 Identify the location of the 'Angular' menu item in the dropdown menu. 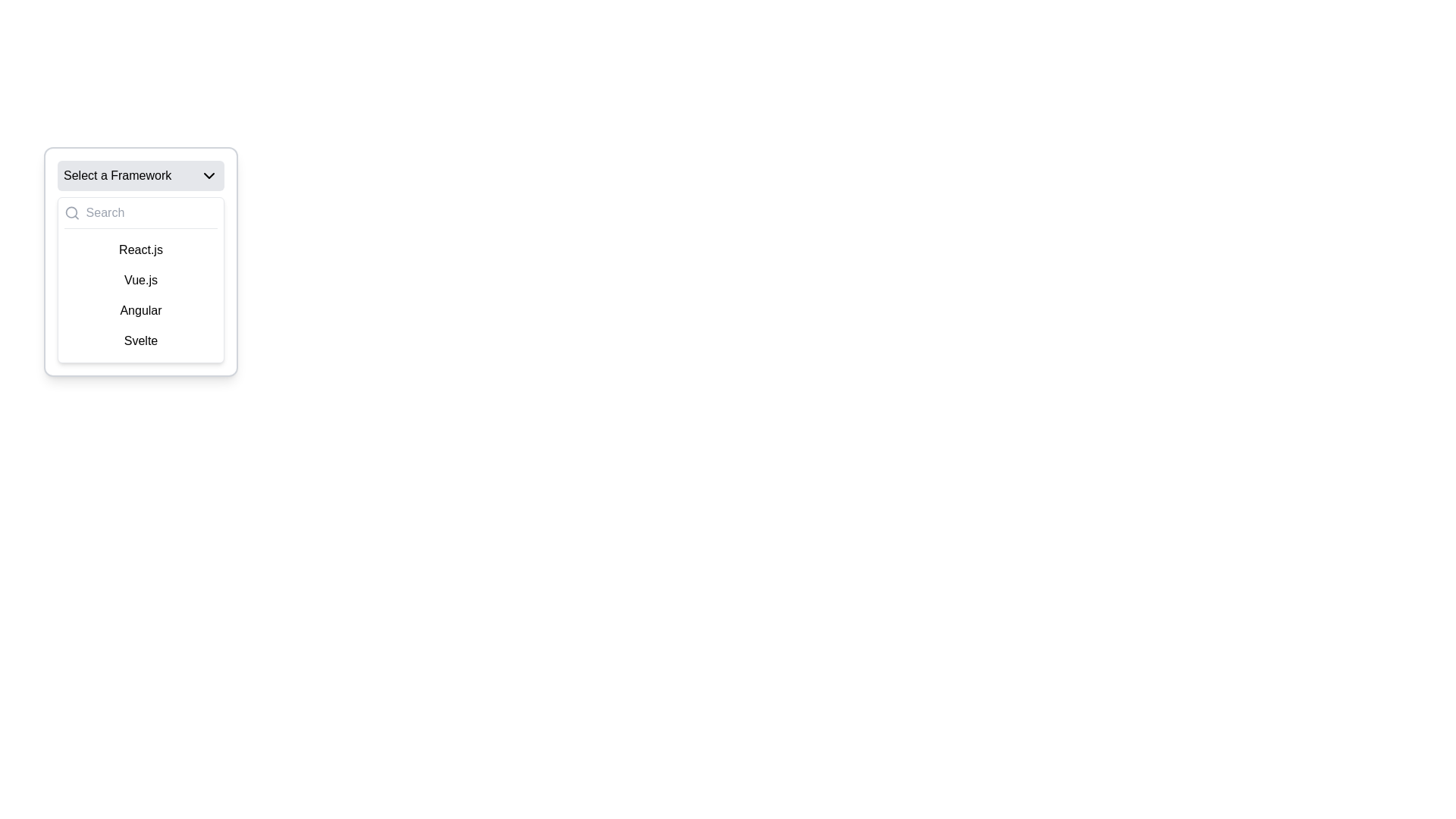
(141, 309).